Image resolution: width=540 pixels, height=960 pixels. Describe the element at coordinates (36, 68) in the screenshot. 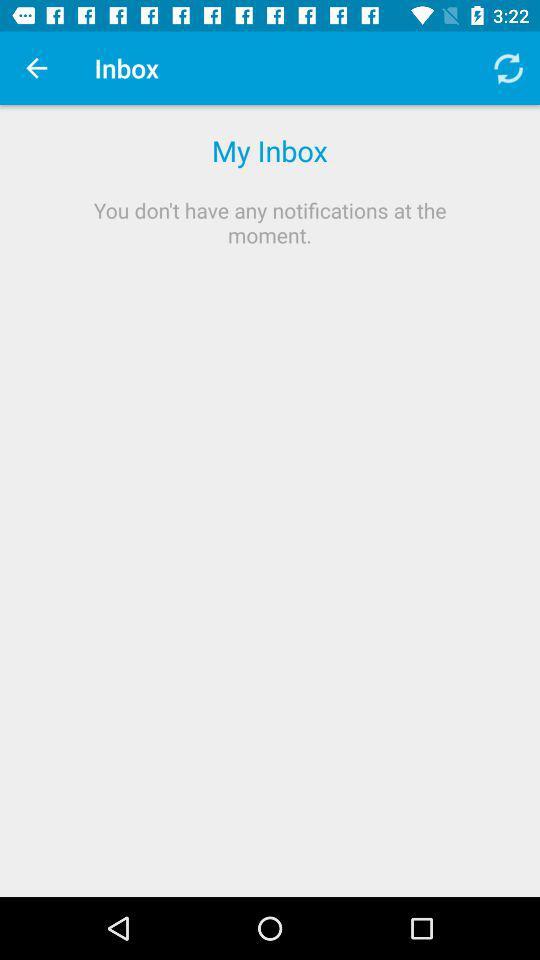

I see `icon above the you don t icon` at that location.